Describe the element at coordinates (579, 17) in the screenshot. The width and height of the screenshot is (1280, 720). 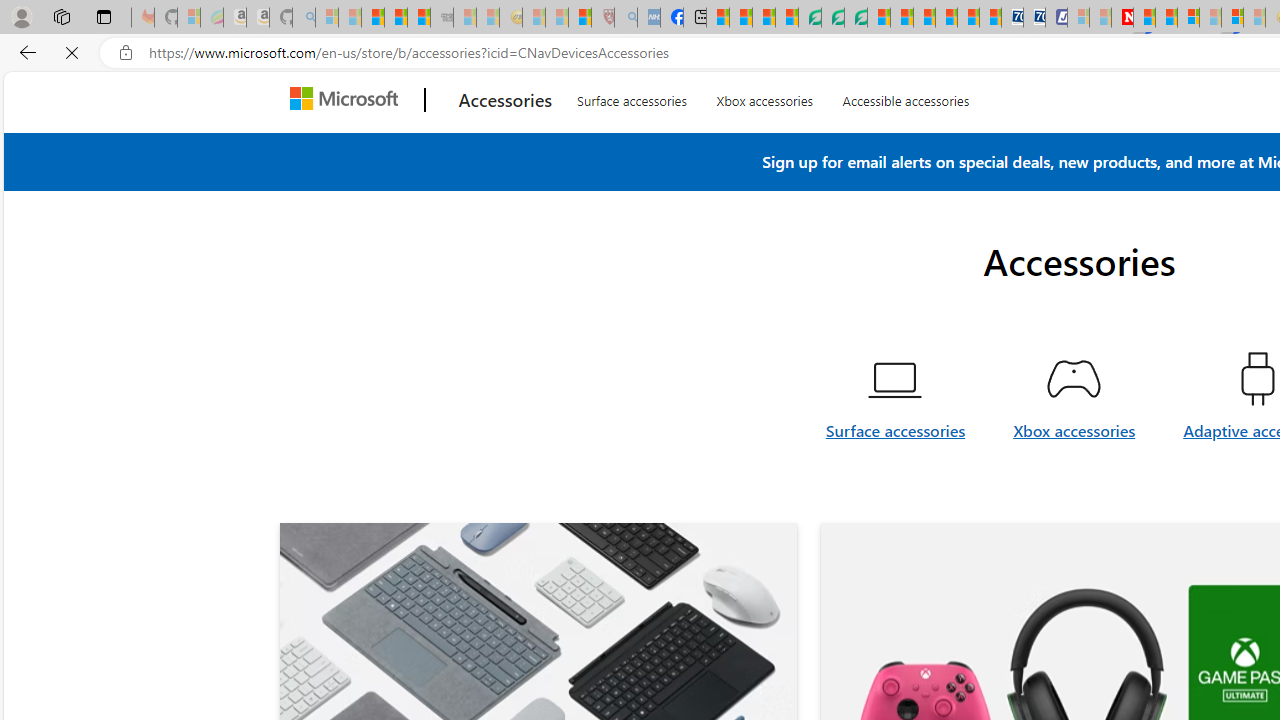
I see `'Local - MSN'` at that location.